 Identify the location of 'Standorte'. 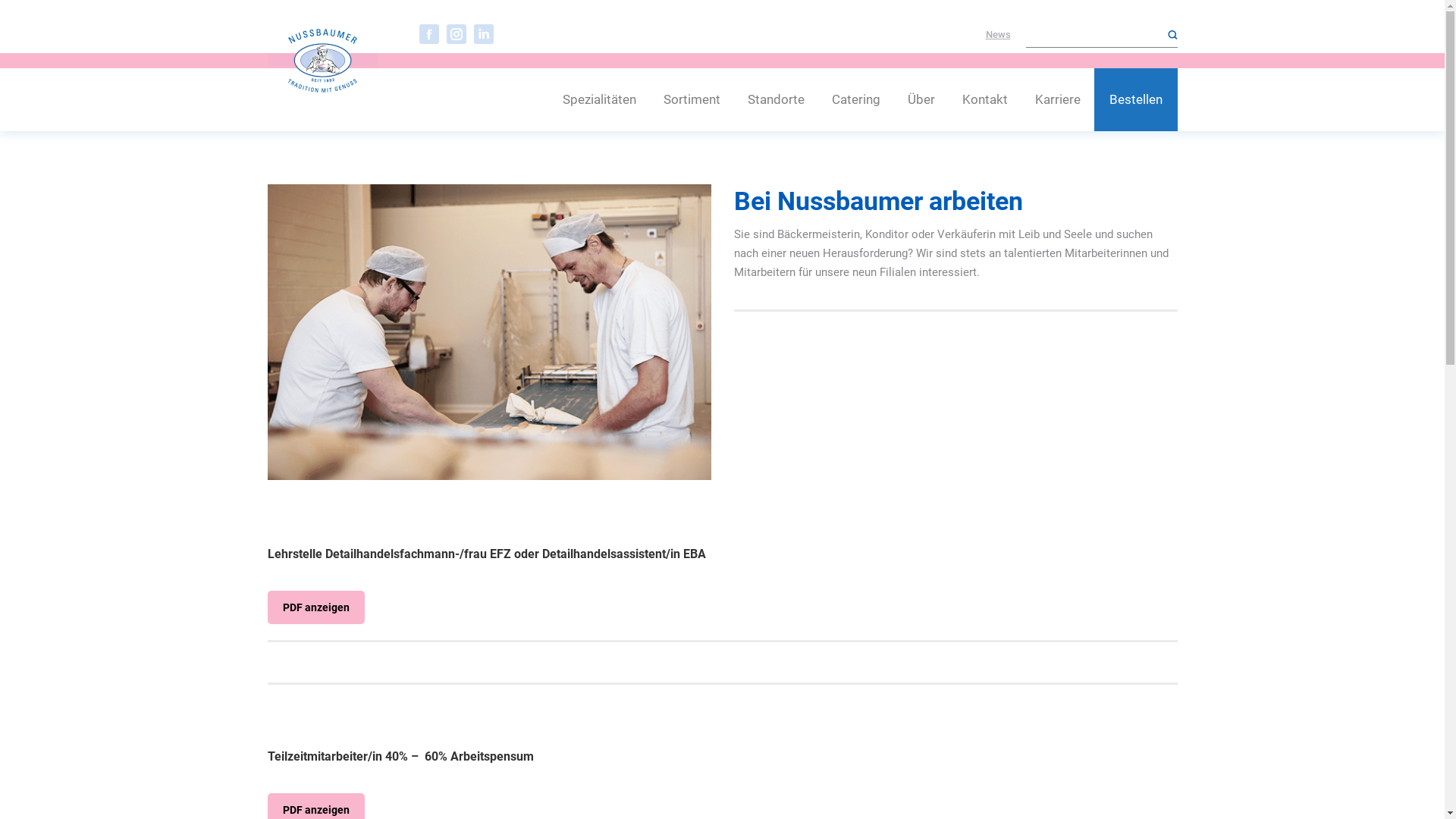
(776, 99).